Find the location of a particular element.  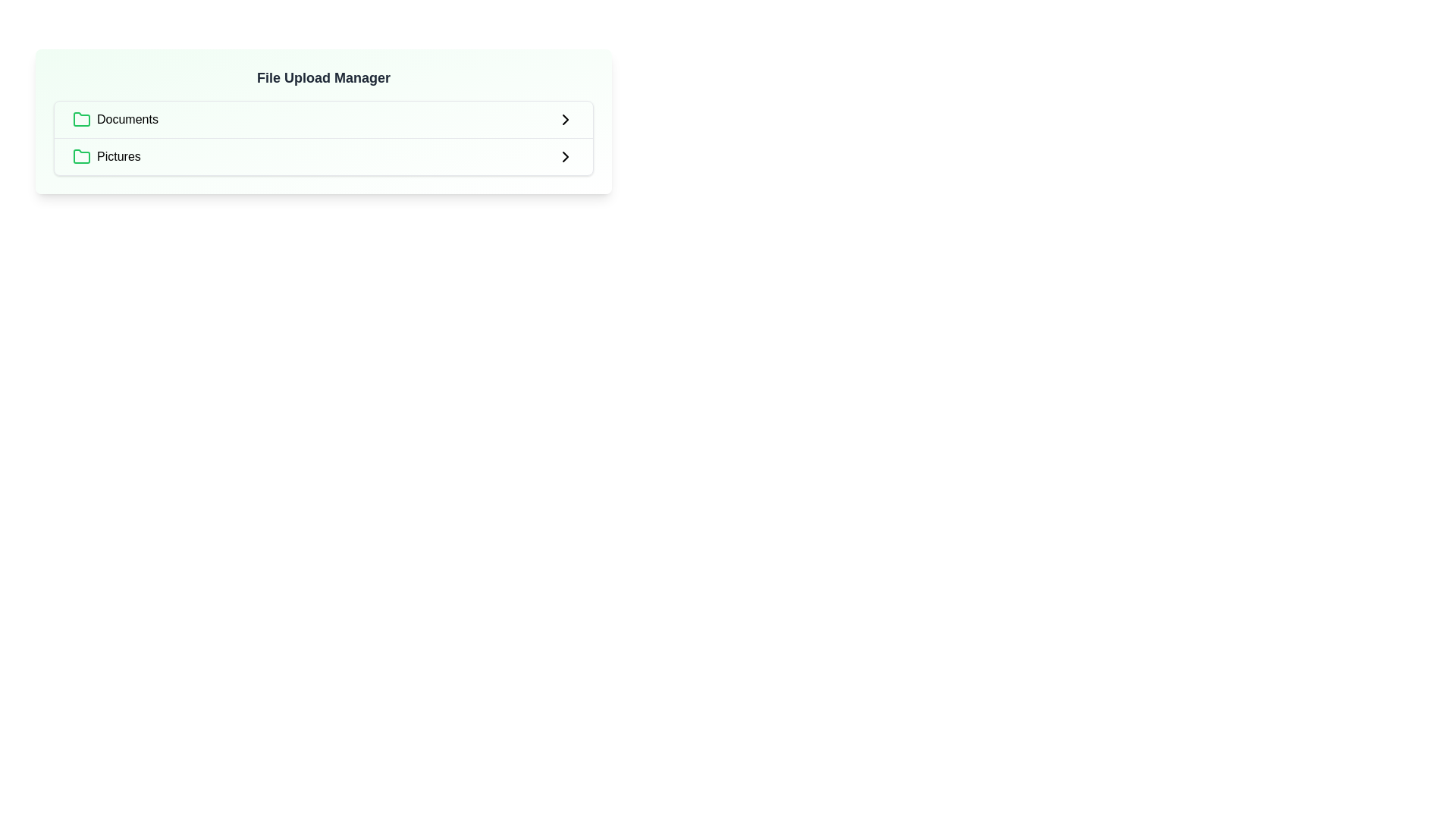

the arrow icon located in the bottom row of the right panel of the file upload manager interface is located at coordinates (564, 157).